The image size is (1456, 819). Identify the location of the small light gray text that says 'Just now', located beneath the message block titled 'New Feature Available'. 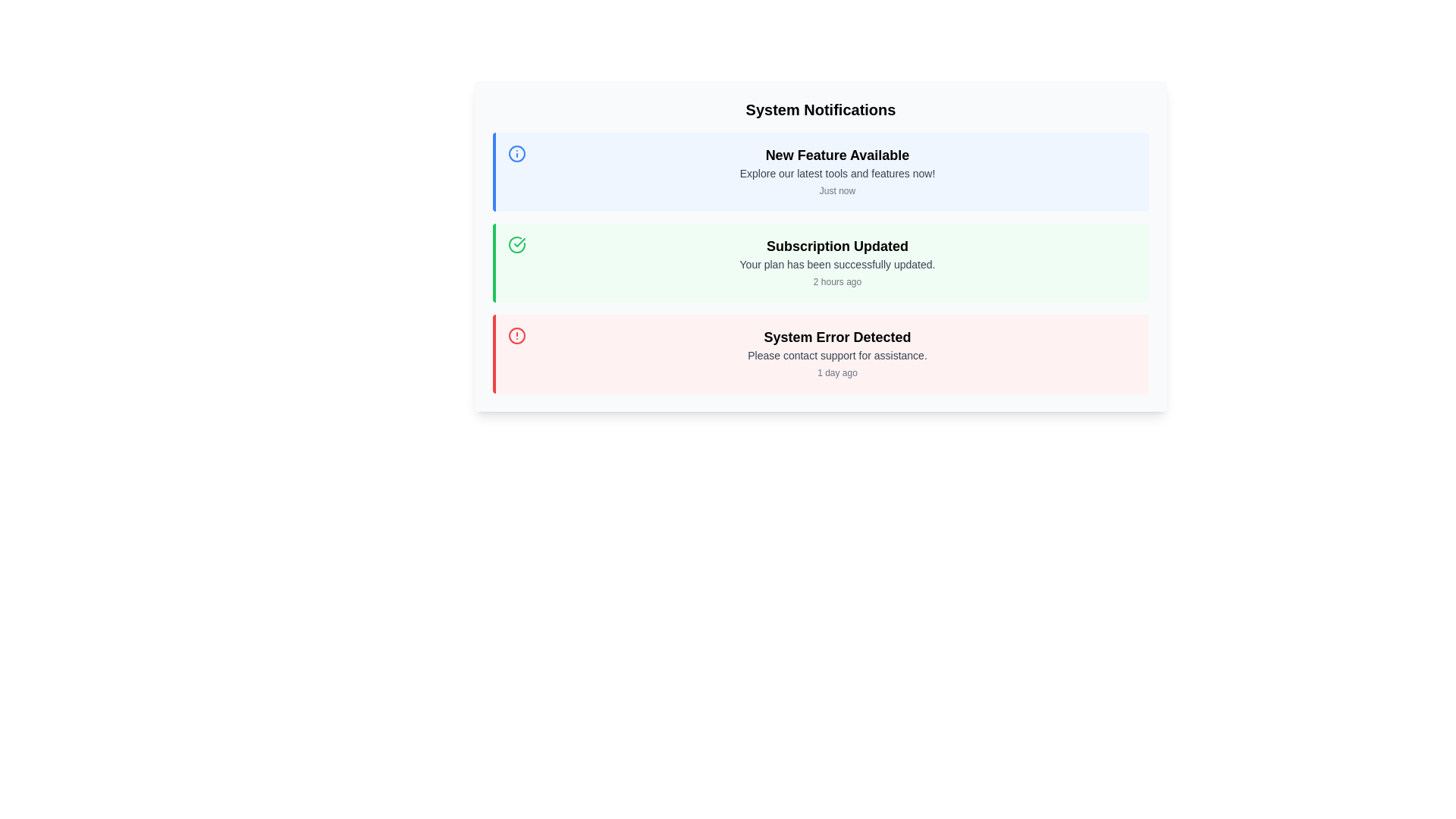
(836, 190).